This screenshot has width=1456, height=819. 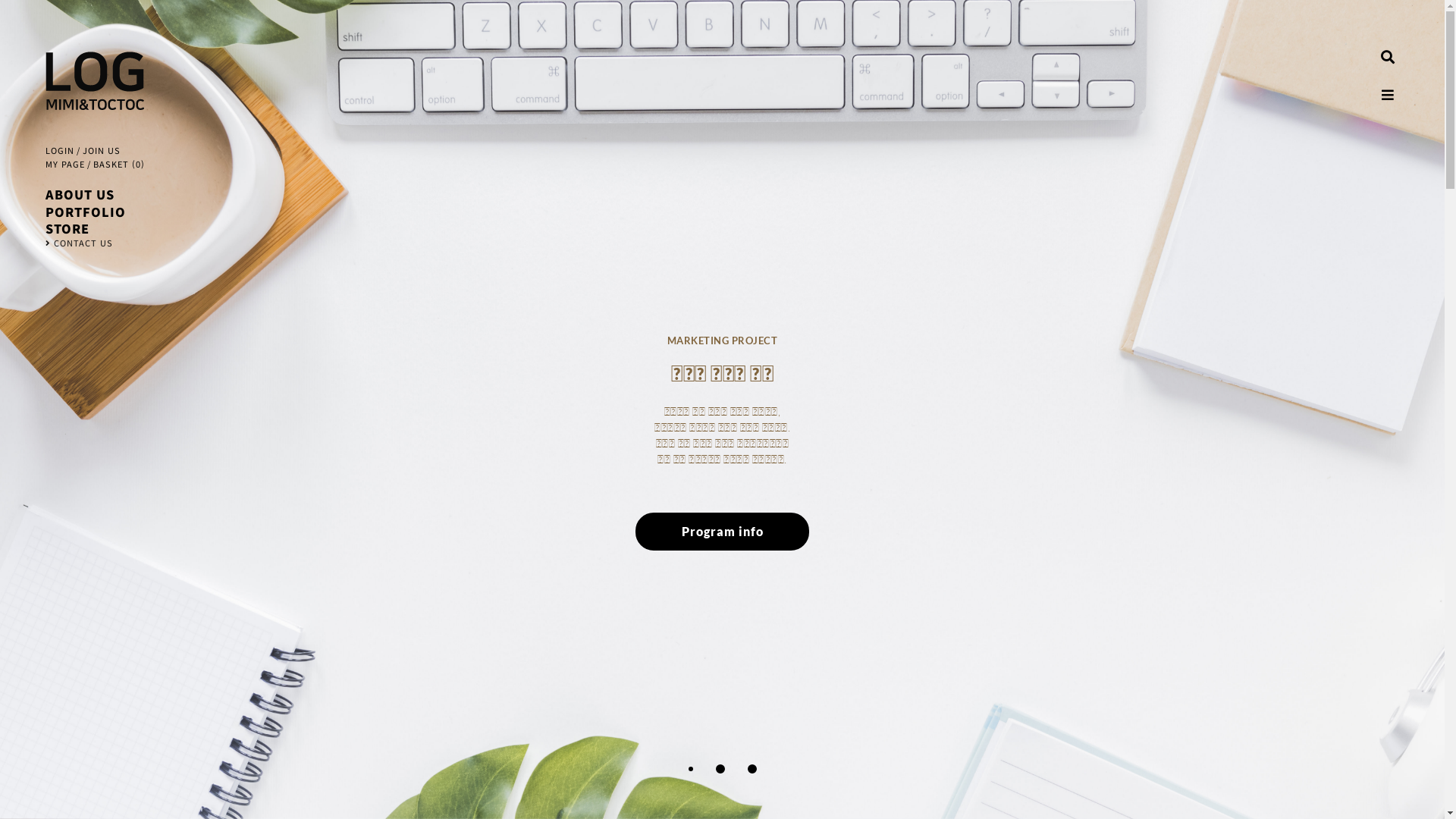 I want to click on 'PORTFOLIO', so click(x=93, y=211).